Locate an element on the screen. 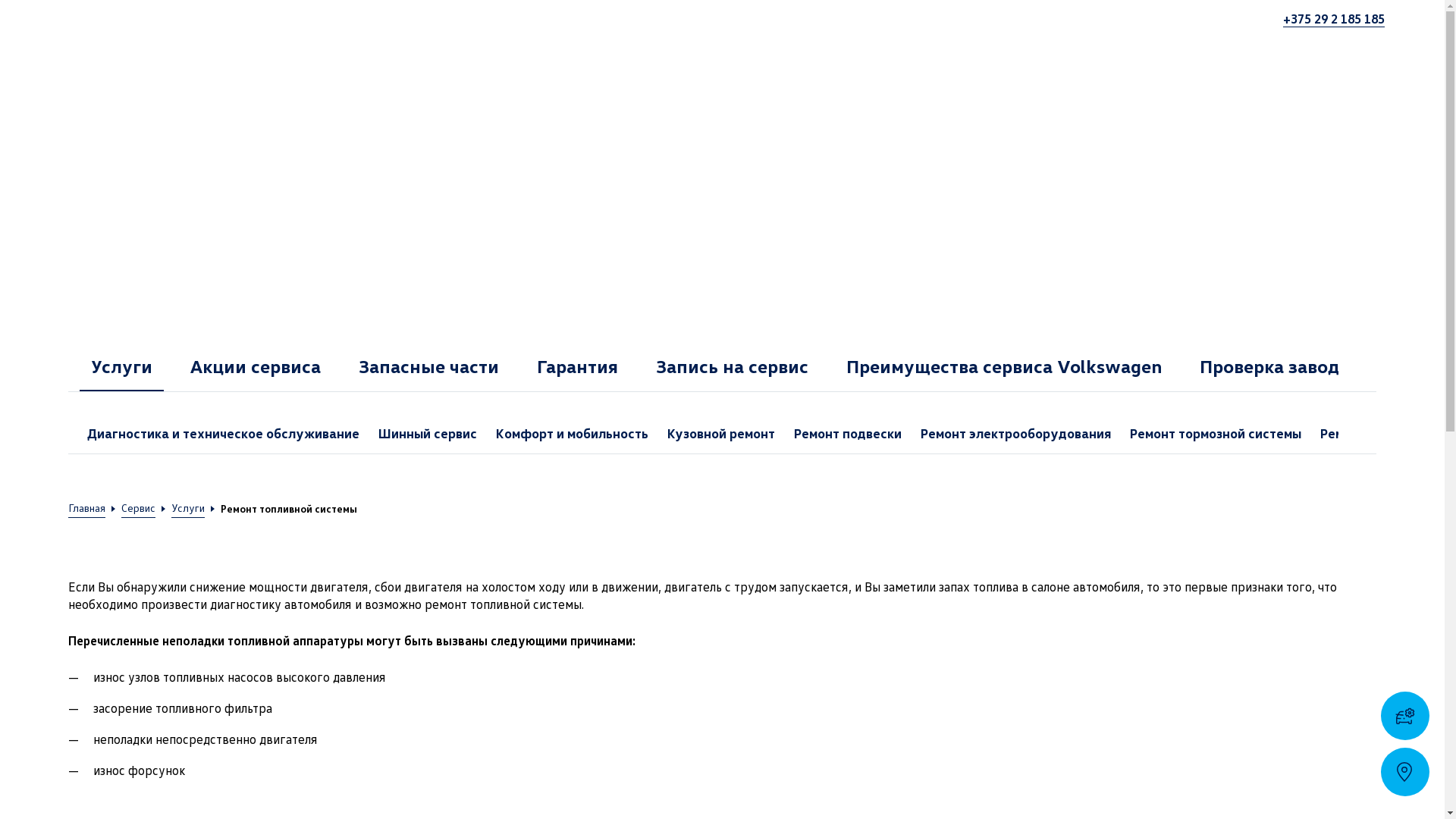  '+375 29 2 185 185' is located at coordinates (1332, 18).